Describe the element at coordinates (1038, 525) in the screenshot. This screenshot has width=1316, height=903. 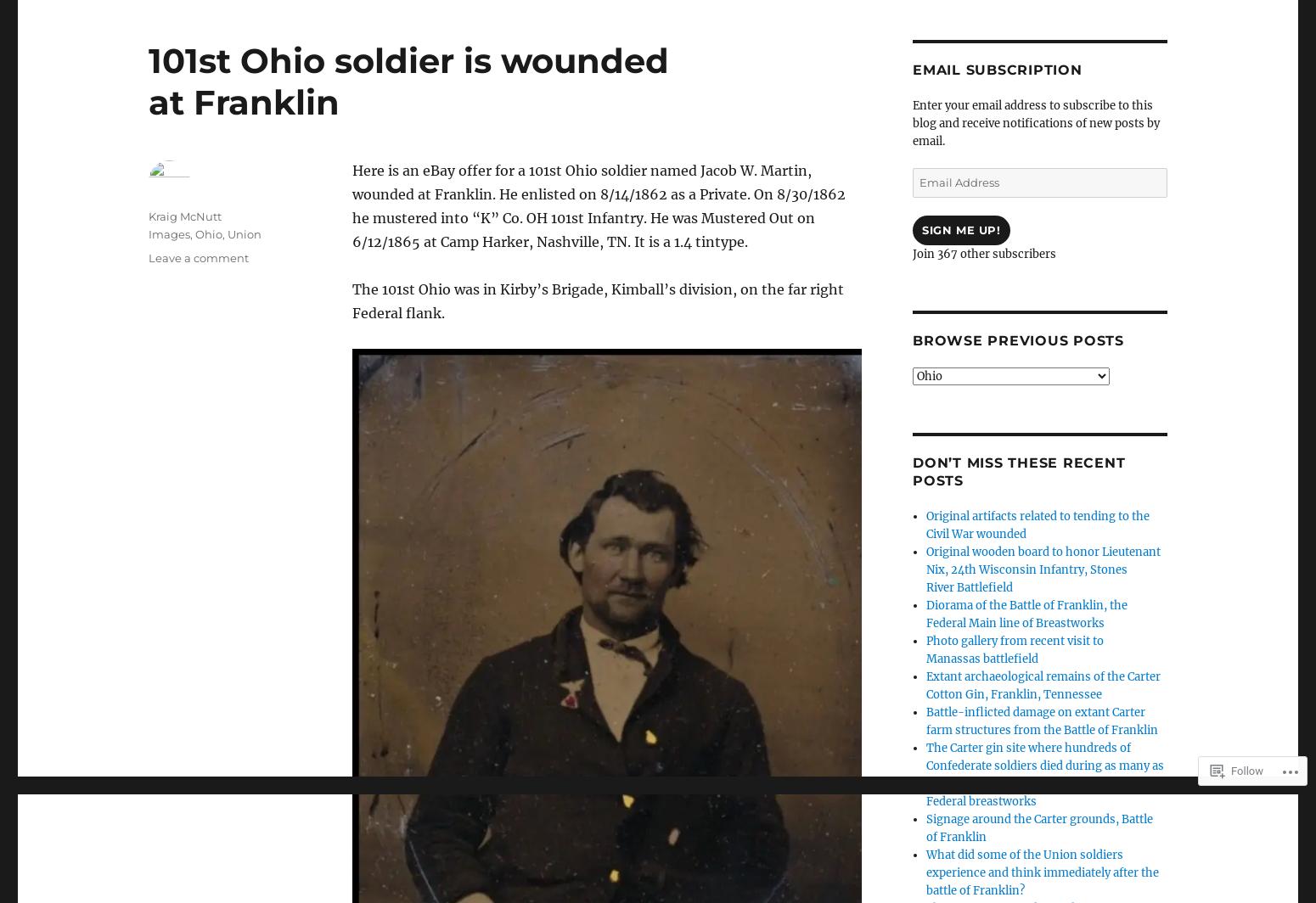
I see `'Original artifacts related to tending to the Civil War wounded'` at that location.